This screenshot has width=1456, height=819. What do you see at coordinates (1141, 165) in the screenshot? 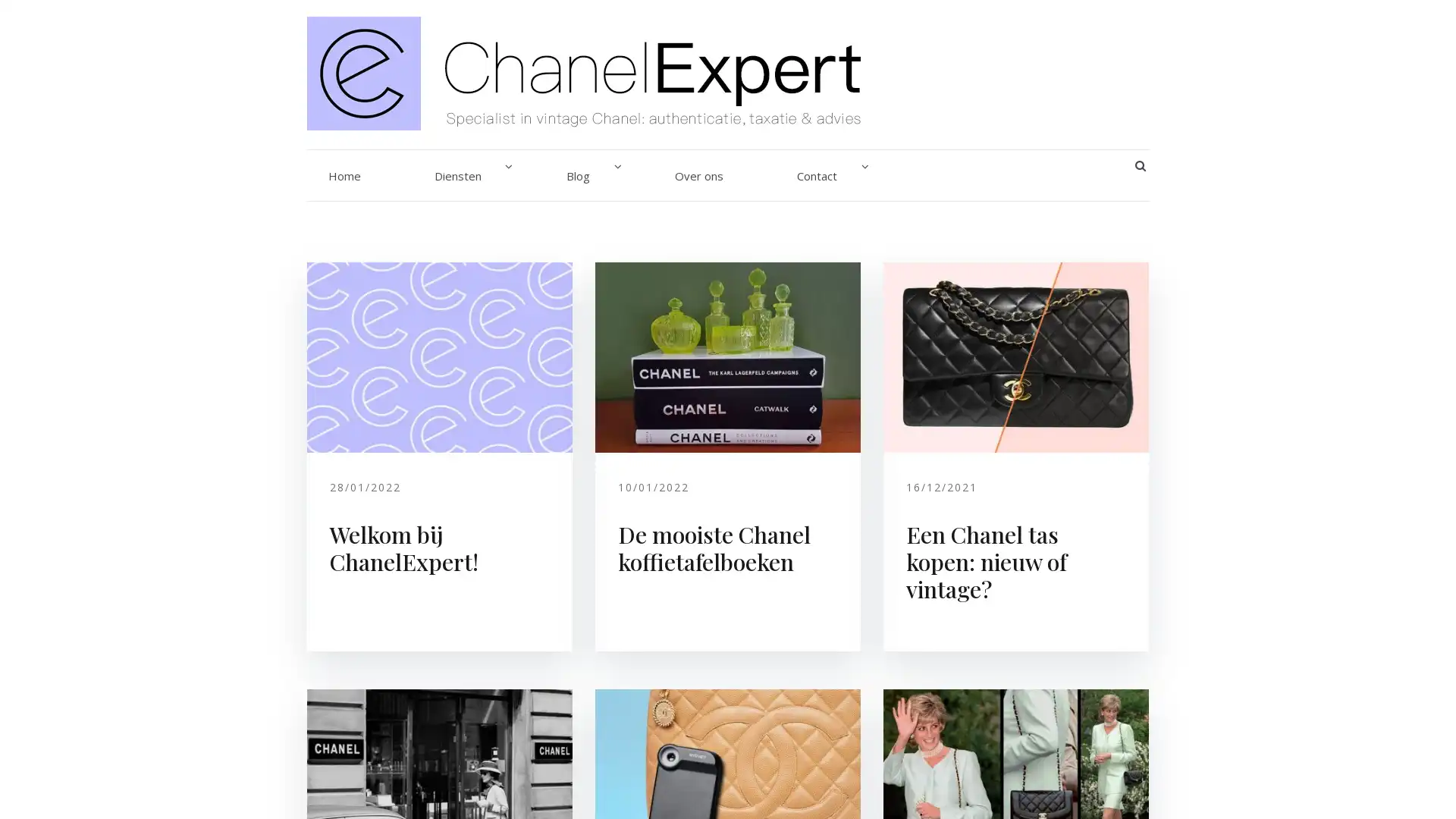
I see `SEARCH BUTTON` at bounding box center [1141, 165].